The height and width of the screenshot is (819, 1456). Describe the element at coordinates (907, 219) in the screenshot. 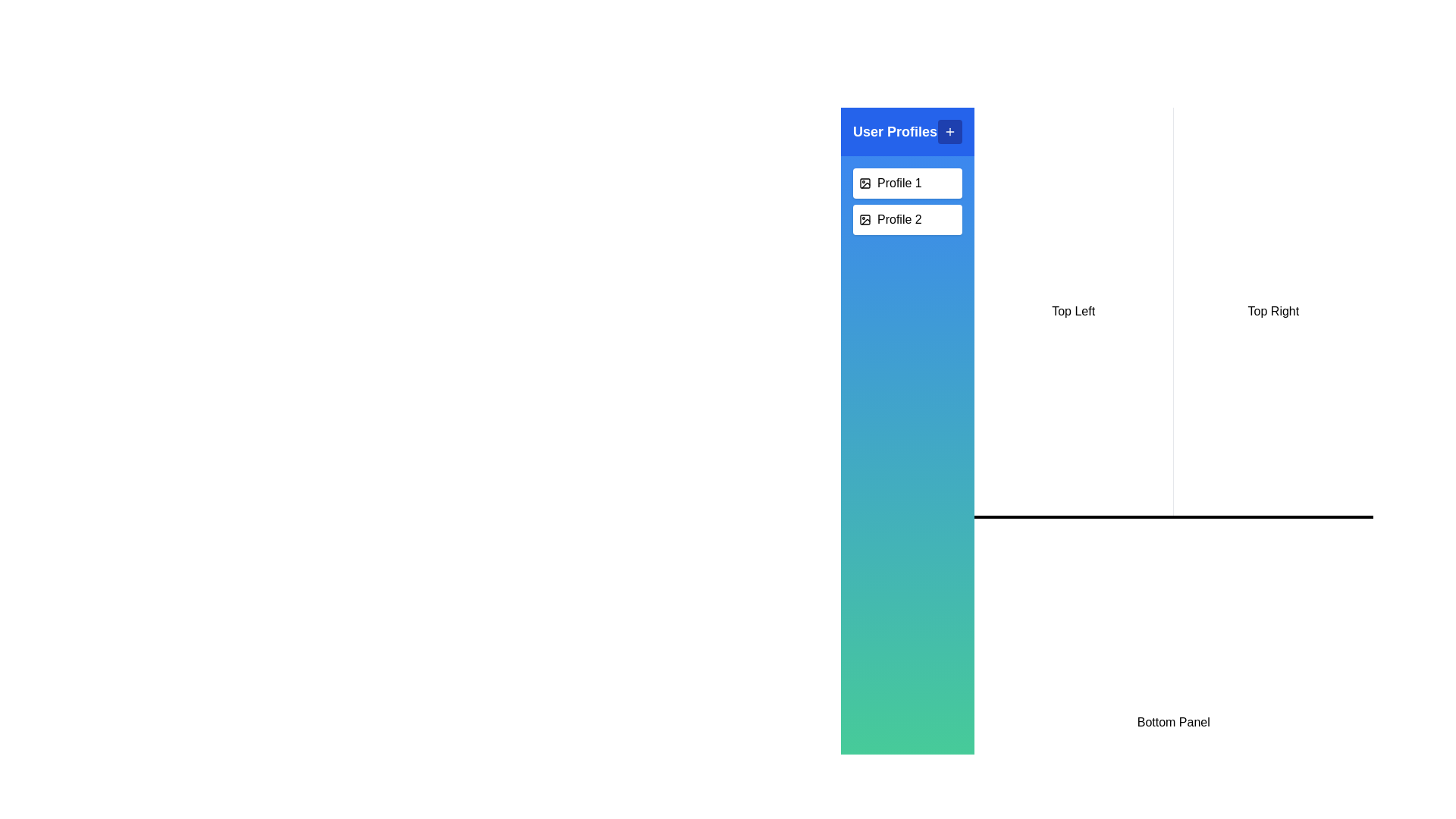

I see `the second list item in the 'User Profiles' section, which represents a selectable profile option but is not actively interactive` at that location.